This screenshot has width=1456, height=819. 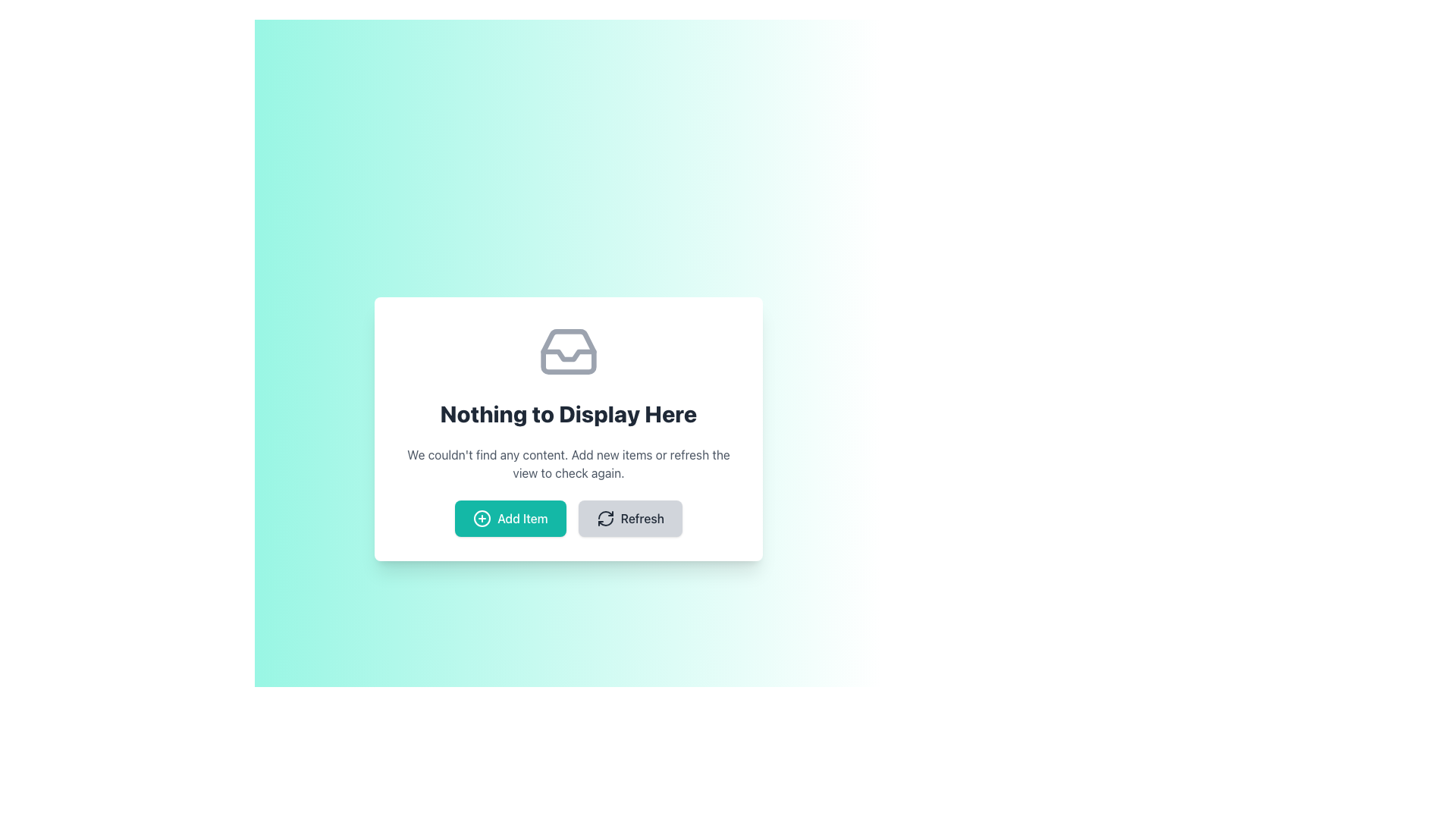 What do you see at coordinates (510, 517) in the screenshot?
I see `the 'Add Item' button, which is a teal rectangular button with white text and a plus icon, located centrally below the title 'Nothing` at bounding box center [510, 517].